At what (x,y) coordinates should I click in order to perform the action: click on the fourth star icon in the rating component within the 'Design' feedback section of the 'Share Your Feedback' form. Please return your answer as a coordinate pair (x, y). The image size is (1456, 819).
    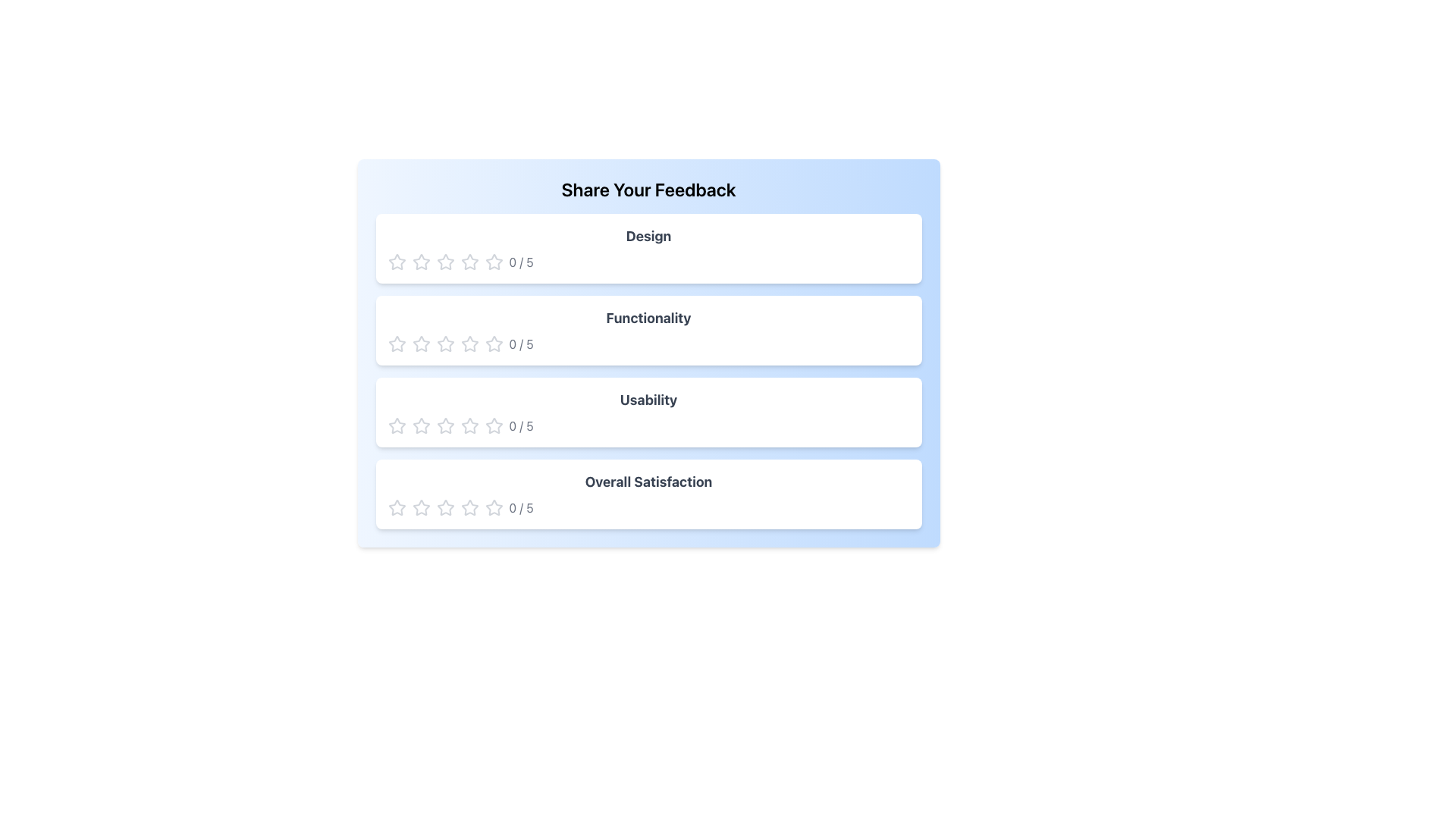
    Looking at the image, I should click on (469, 262).